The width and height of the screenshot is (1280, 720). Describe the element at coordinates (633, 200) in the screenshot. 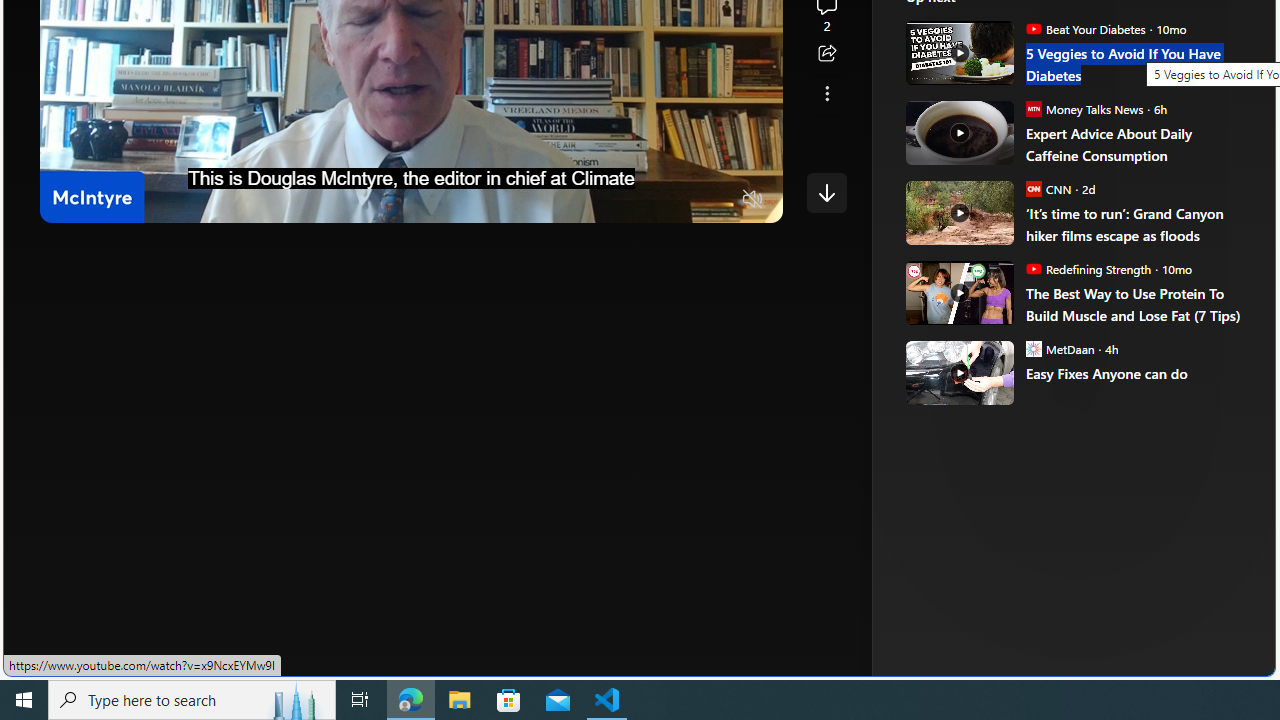

I see `'Quality Settings'` at that location.